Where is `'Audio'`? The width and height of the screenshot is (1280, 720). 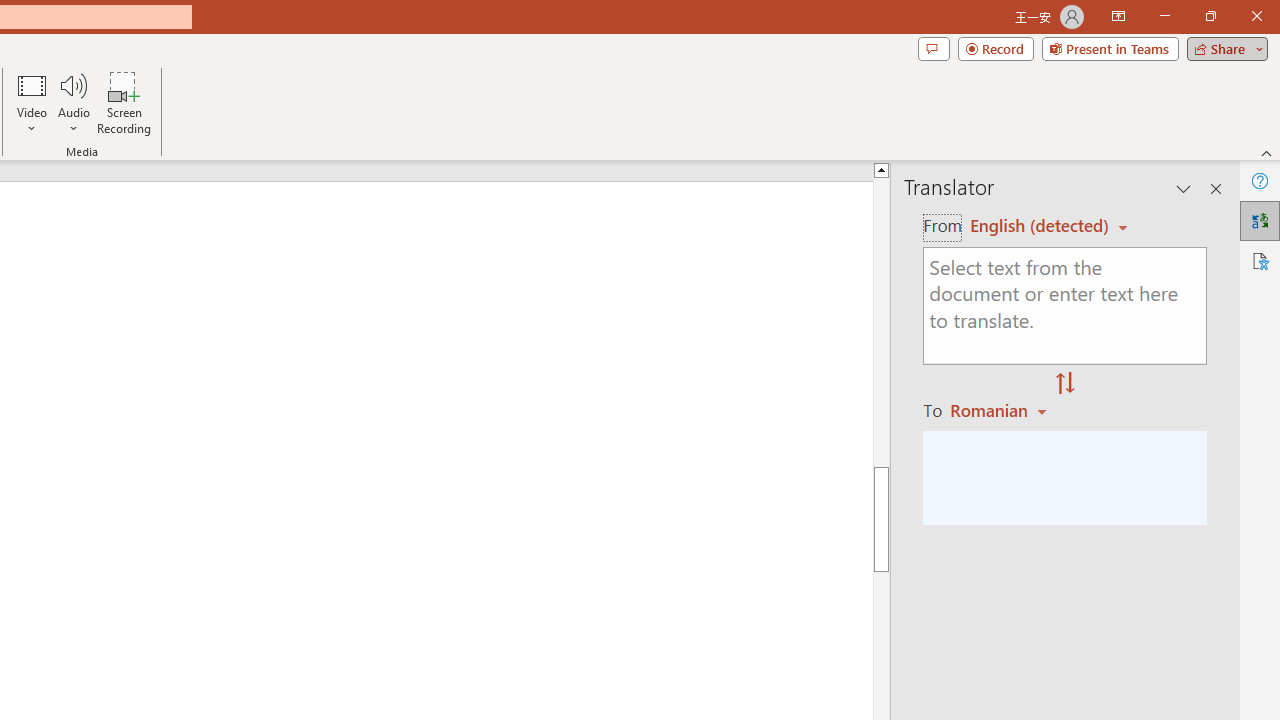 'Audio' is located at coordinates (73, 103).